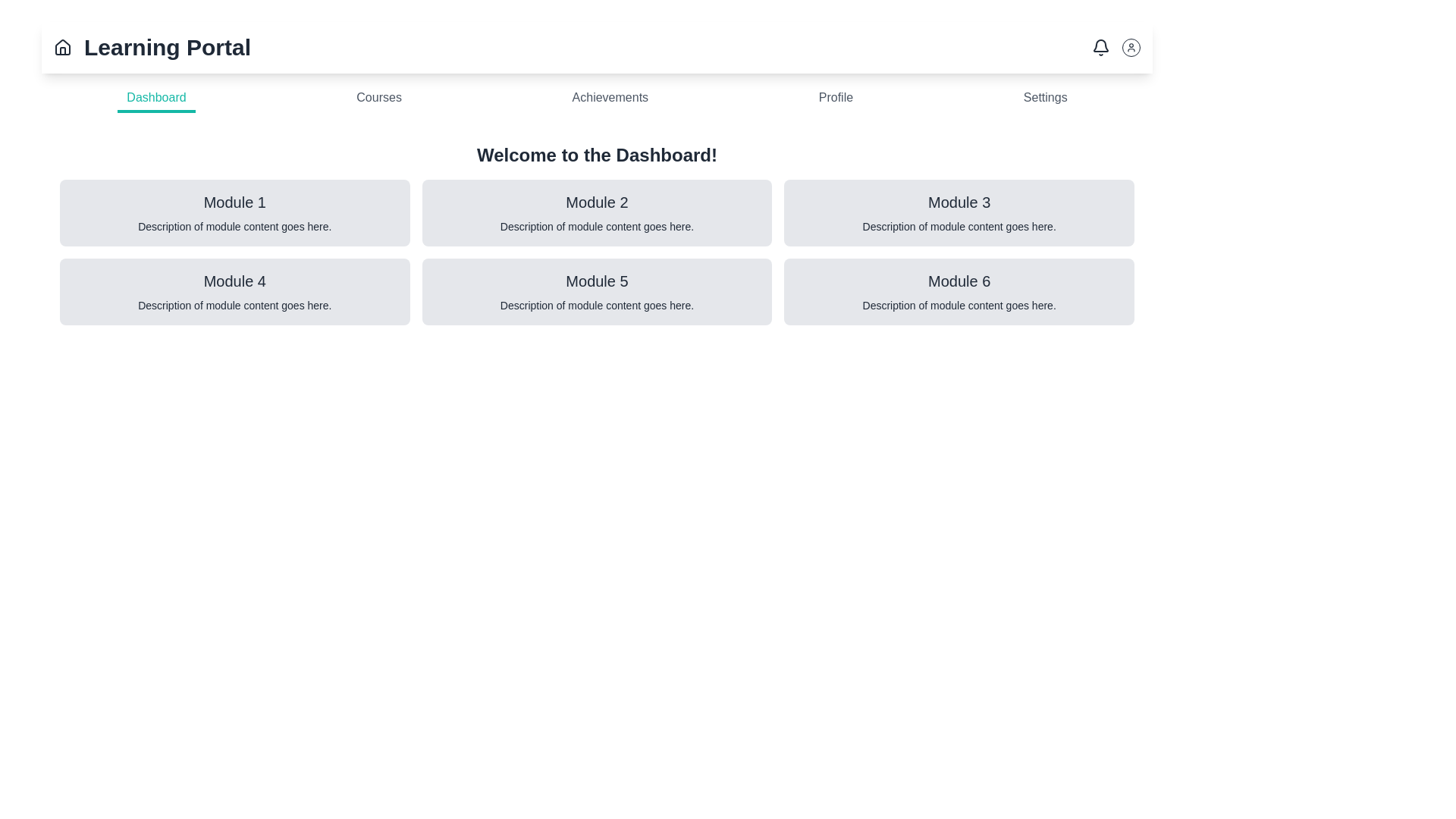 The height and width of the screenshot is (819, 1456). I want to click on the highlighted active link 'Dashboard' in the horizontal navigation bar to understand the current context, so click(596, 99).